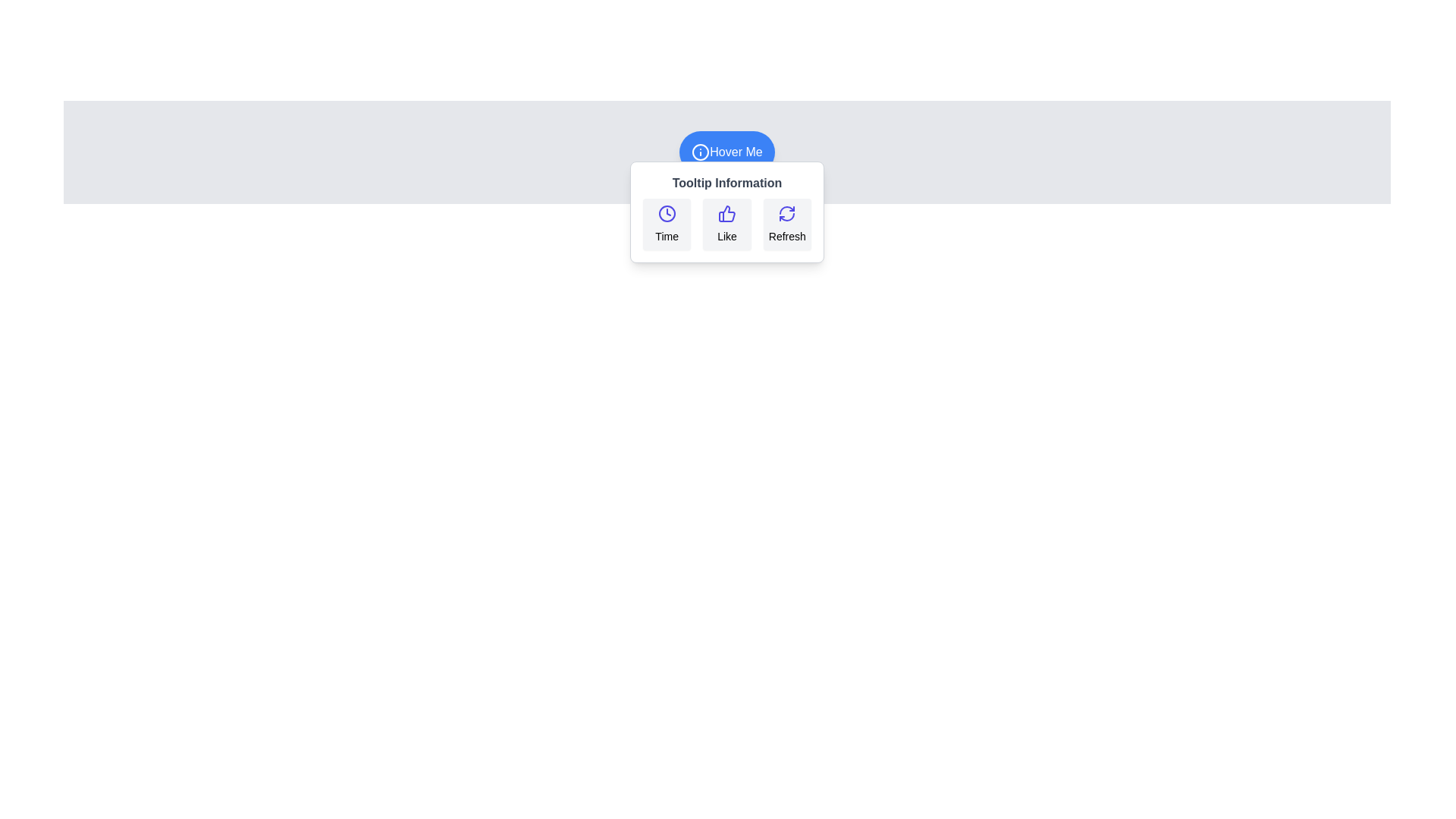 Image resolution: width=1456 pixels, height=819 pixels. Describe the element at coordinates (667, 213) in the screenshot. I see `the leftmost icon in the tooltip that represents time, which is positioned directly above the 'Time' label` at that location.